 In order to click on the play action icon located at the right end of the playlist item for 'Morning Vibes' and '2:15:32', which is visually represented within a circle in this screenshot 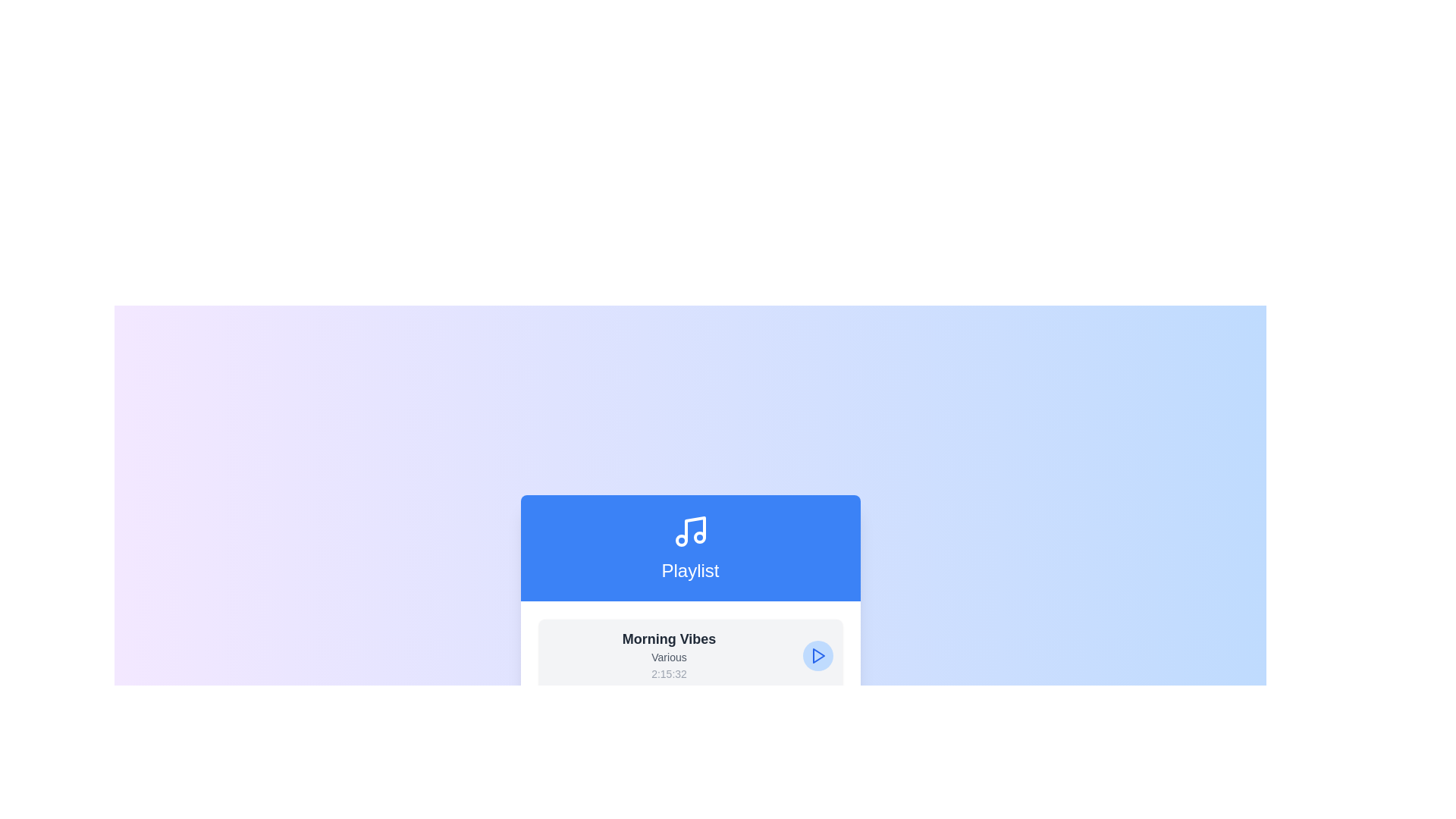, I will do `click(817, 654)`.